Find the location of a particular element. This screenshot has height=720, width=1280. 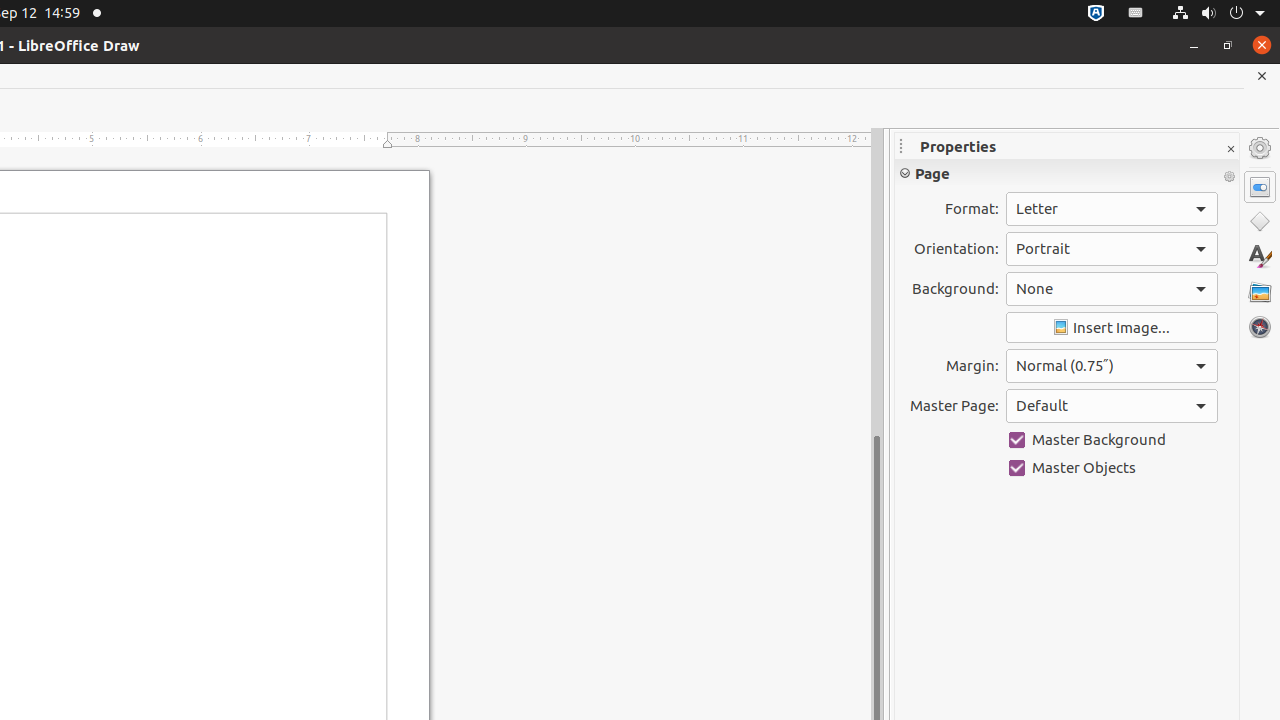

':1.21/StatusNotifierItem' is located at coordinates (1136, 13).